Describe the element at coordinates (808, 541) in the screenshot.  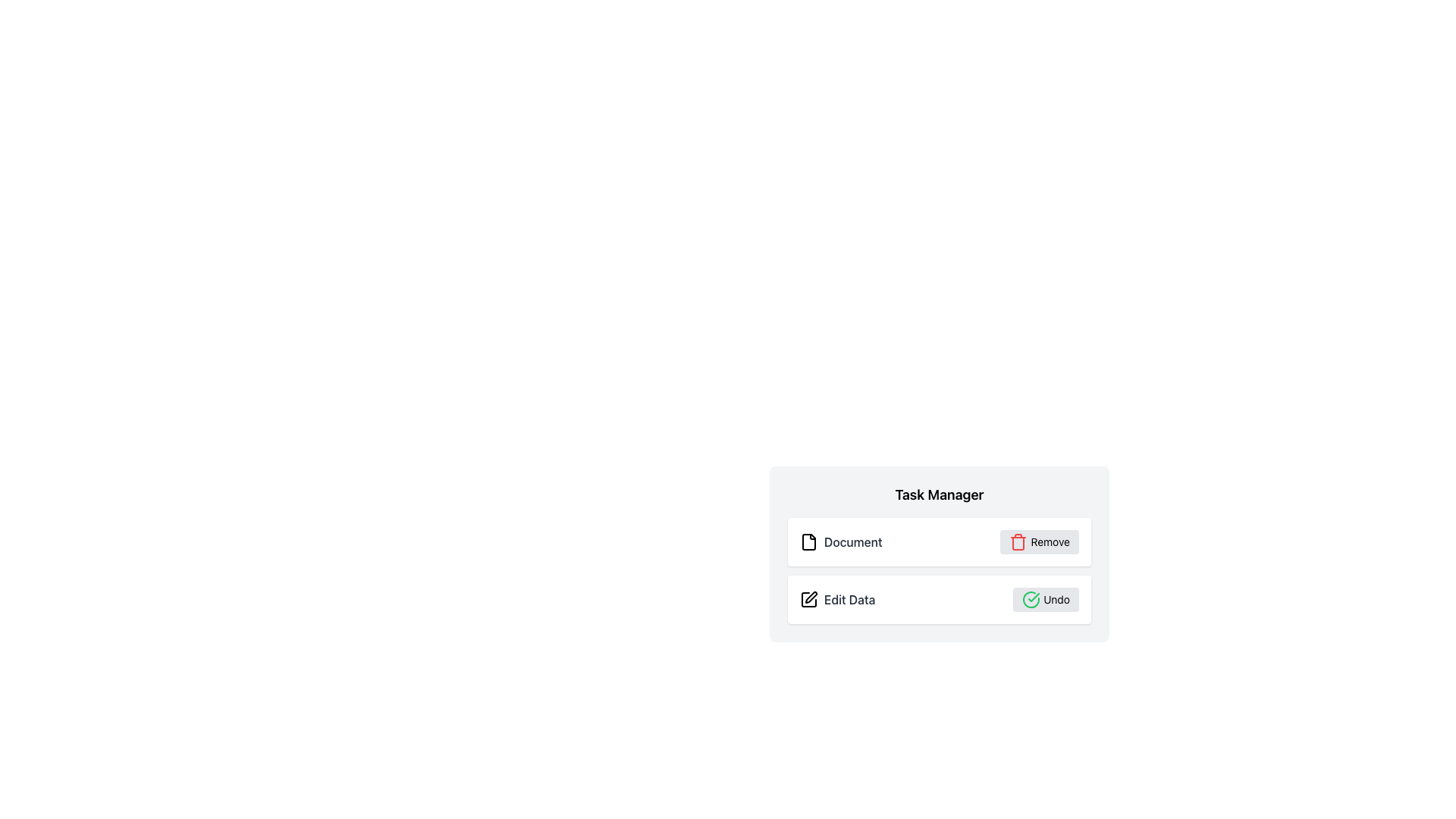
I see `the document-related icon located to the left of the 'Document' text label in the 'Task Manager' panel for interaction` at that location.